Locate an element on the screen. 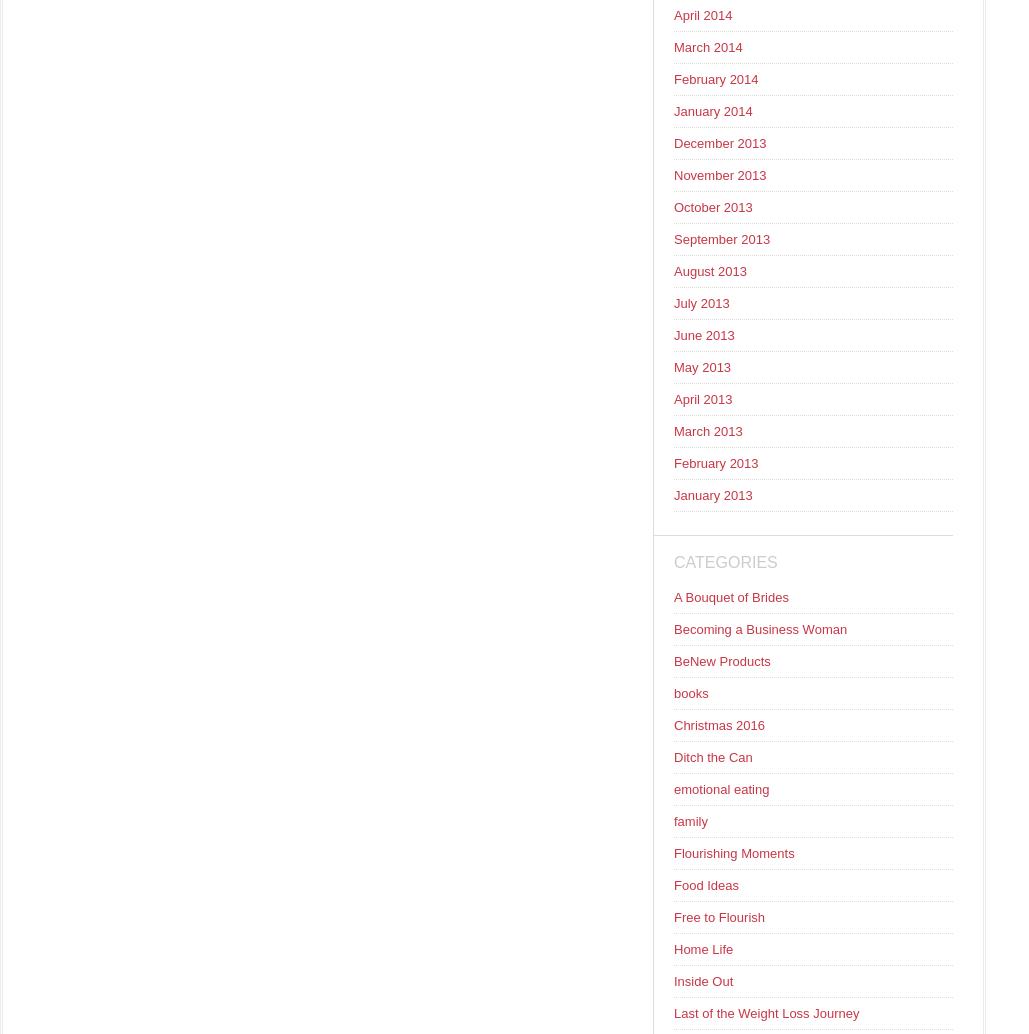 The image size is (1029, 1034). 'books' is located at coordinates (689, 693).